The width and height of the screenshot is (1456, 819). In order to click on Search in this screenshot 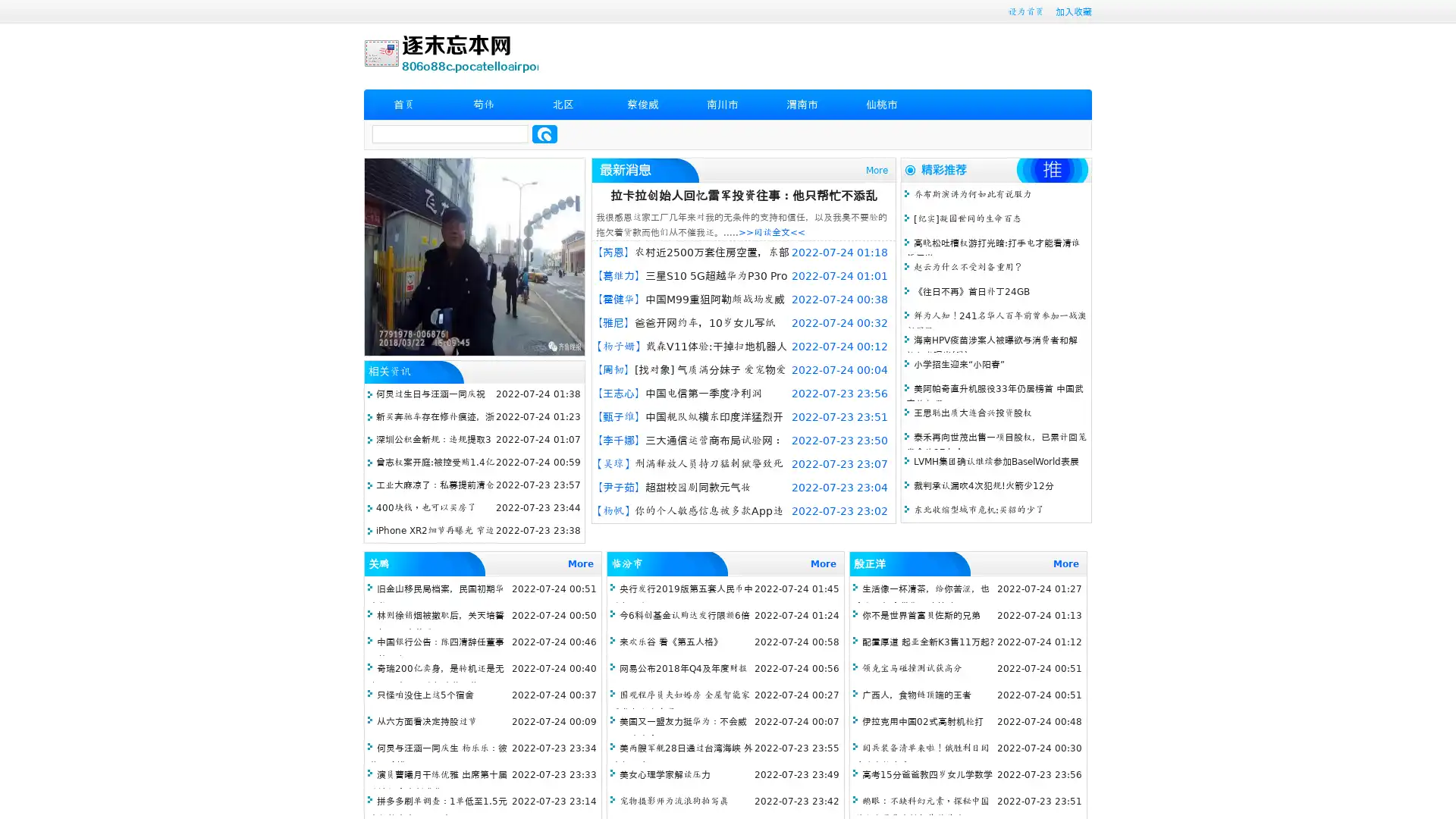, I will do `click(544, 133)`.